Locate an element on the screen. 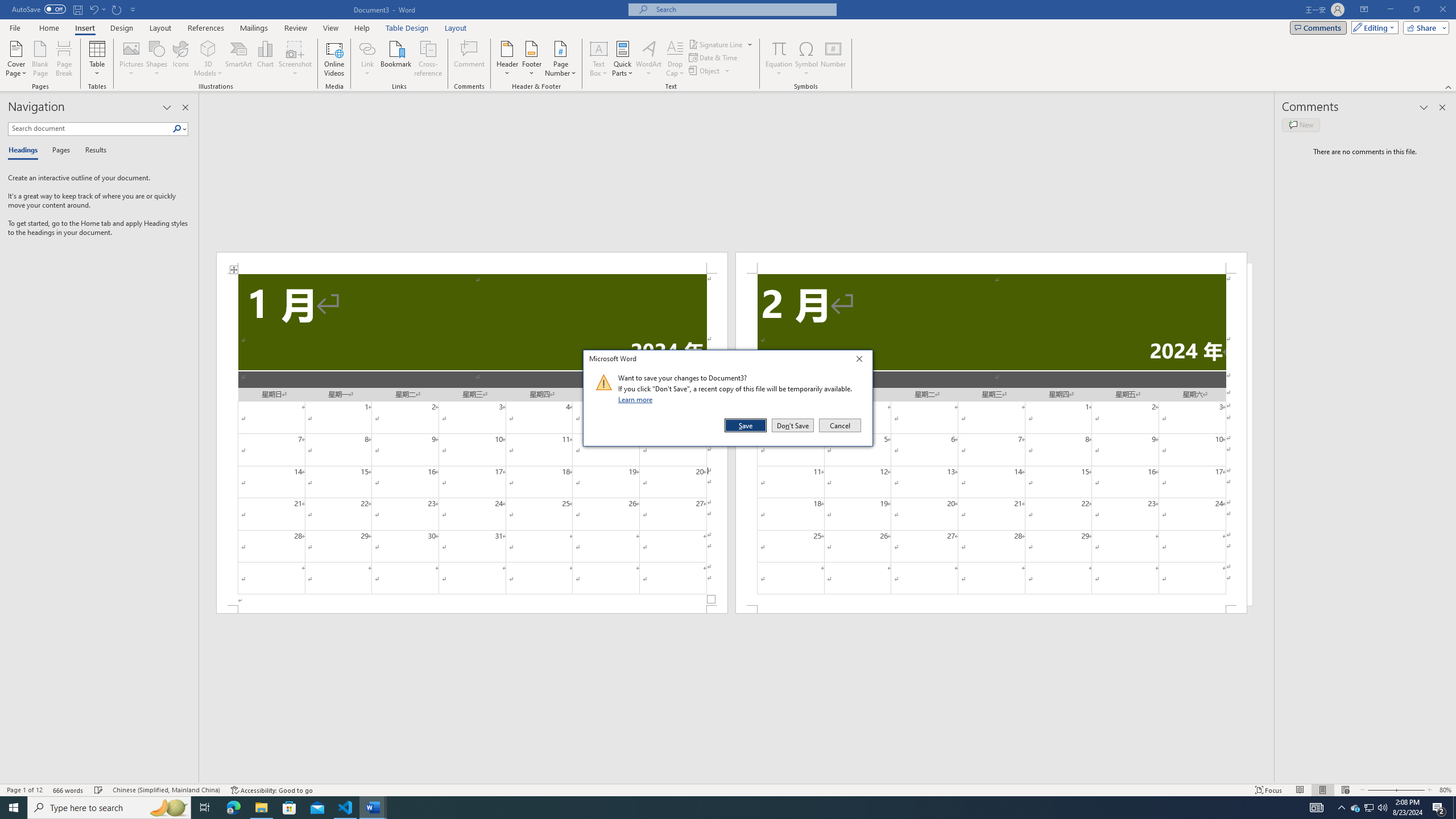 The image size is (1456, 819). 'Design' is located at coordinates (122, 28).